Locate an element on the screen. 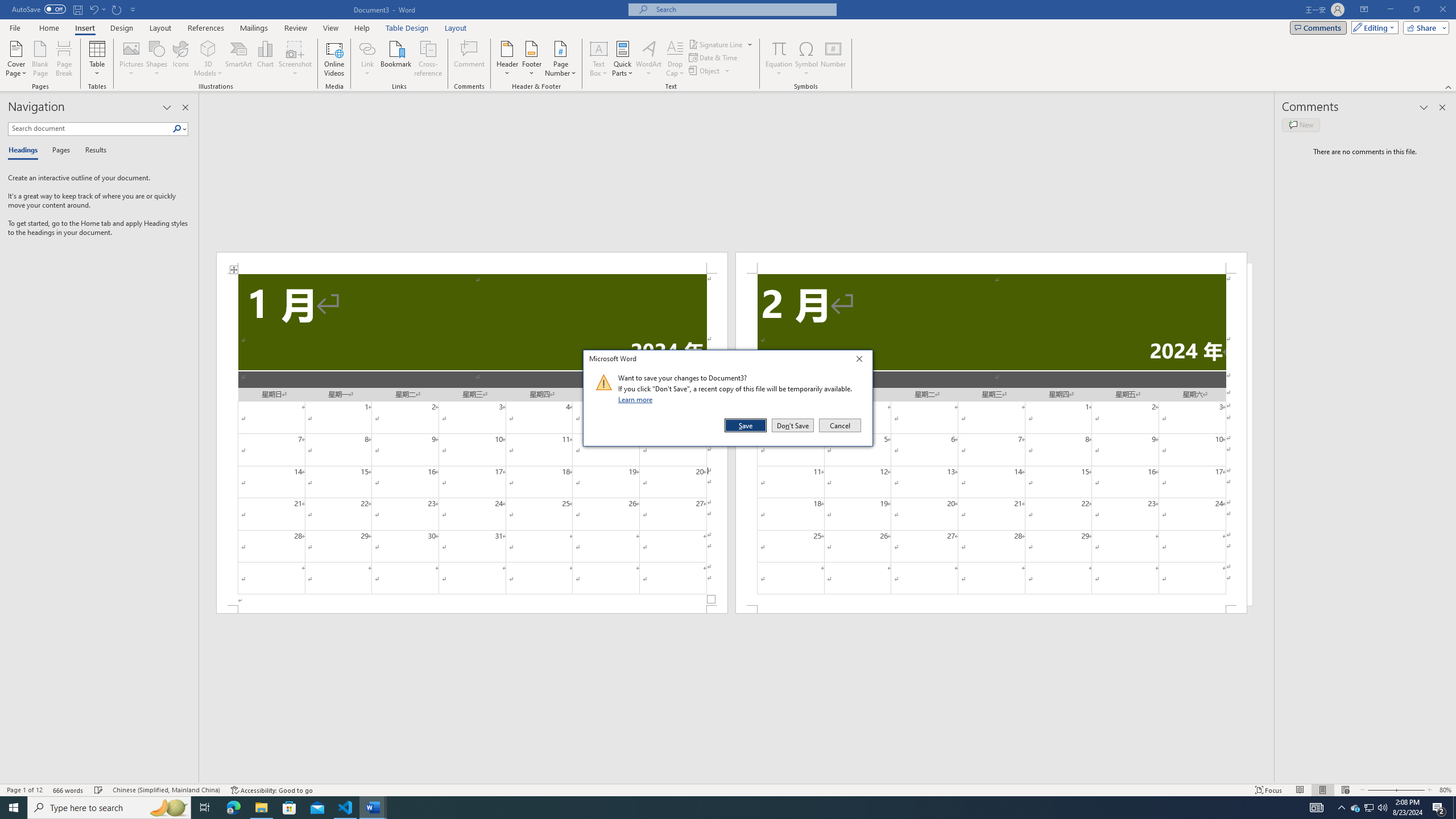 The image size is (1456, 819). 'Design' is located at coordinates (122, 28).